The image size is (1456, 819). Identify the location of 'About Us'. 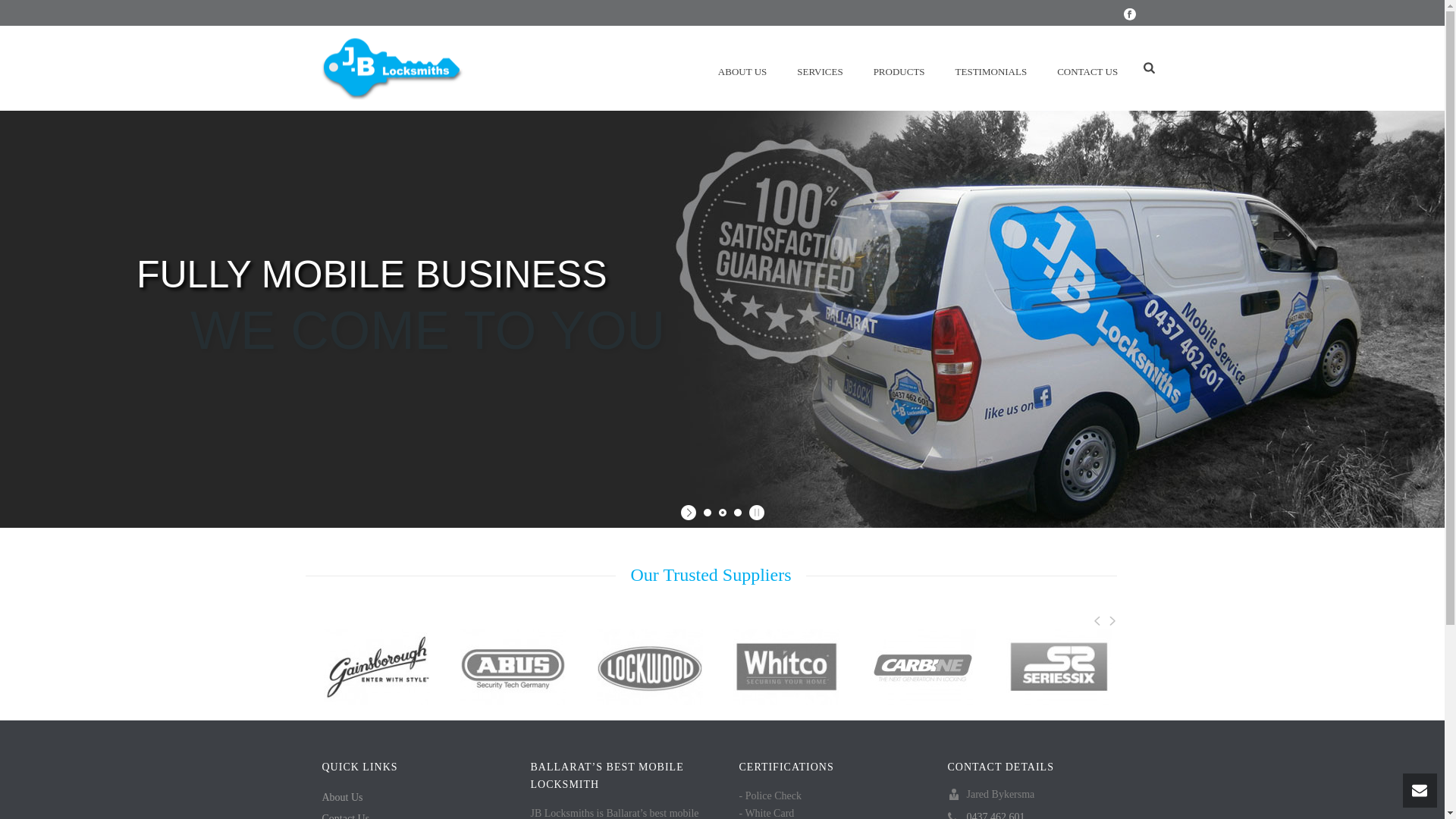
(341, 797).